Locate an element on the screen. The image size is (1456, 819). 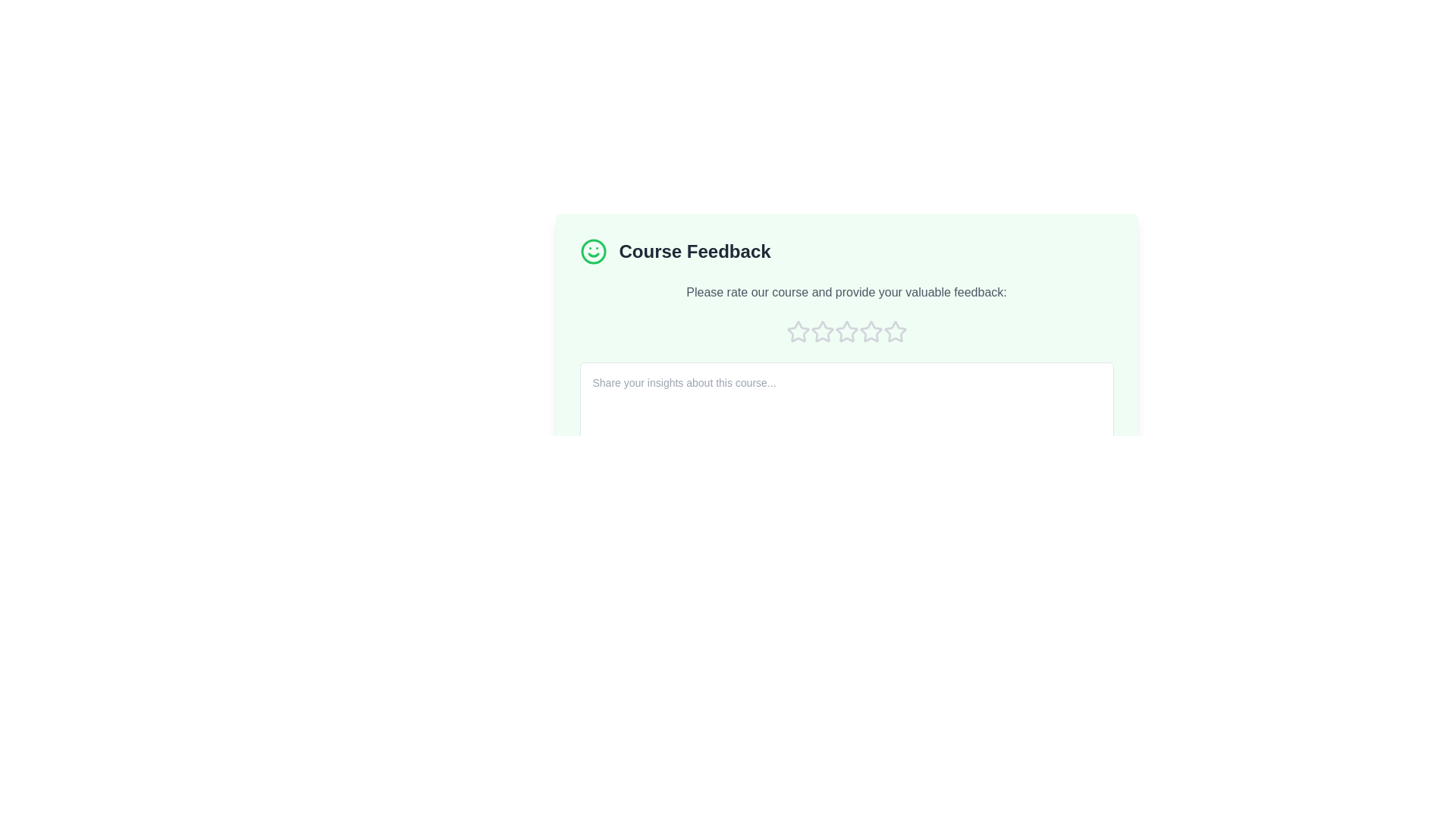
the fifth star icon in the rating system is located at coordinates (895, 331).